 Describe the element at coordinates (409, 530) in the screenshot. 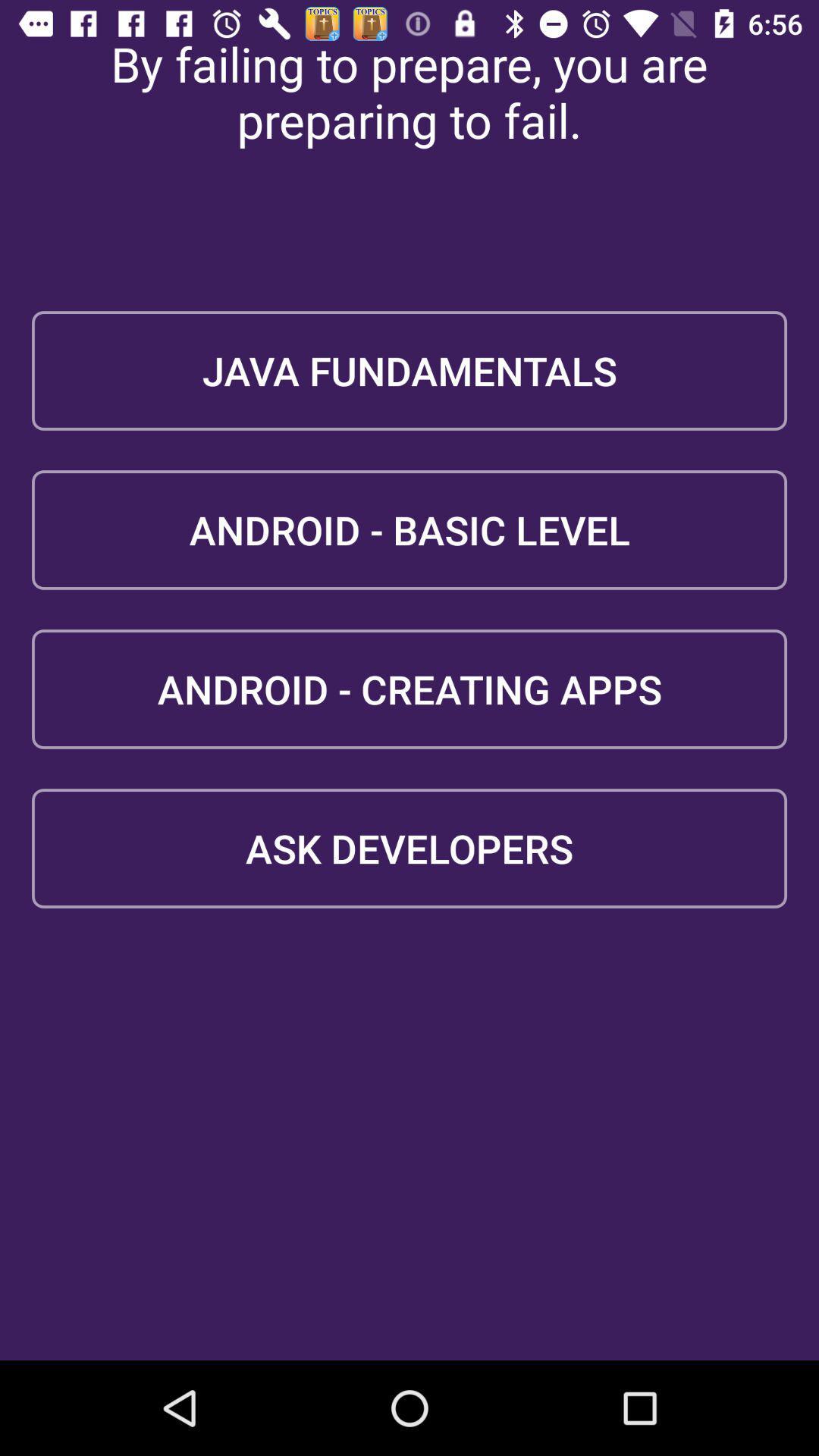

I see `item below the java fundamentals item` at that location.